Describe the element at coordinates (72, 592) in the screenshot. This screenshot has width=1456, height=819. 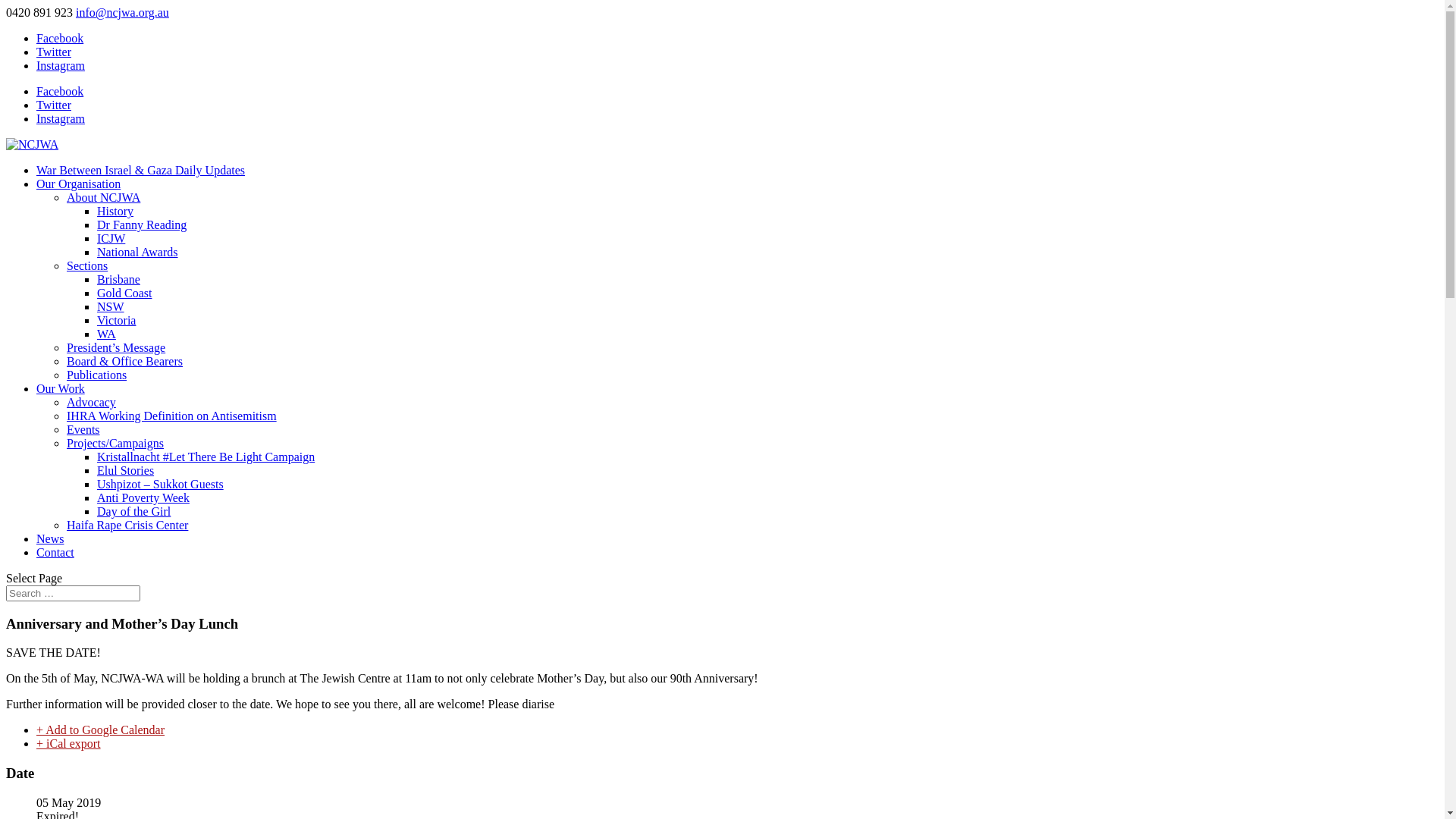
I see `'Search for:'` at that location.